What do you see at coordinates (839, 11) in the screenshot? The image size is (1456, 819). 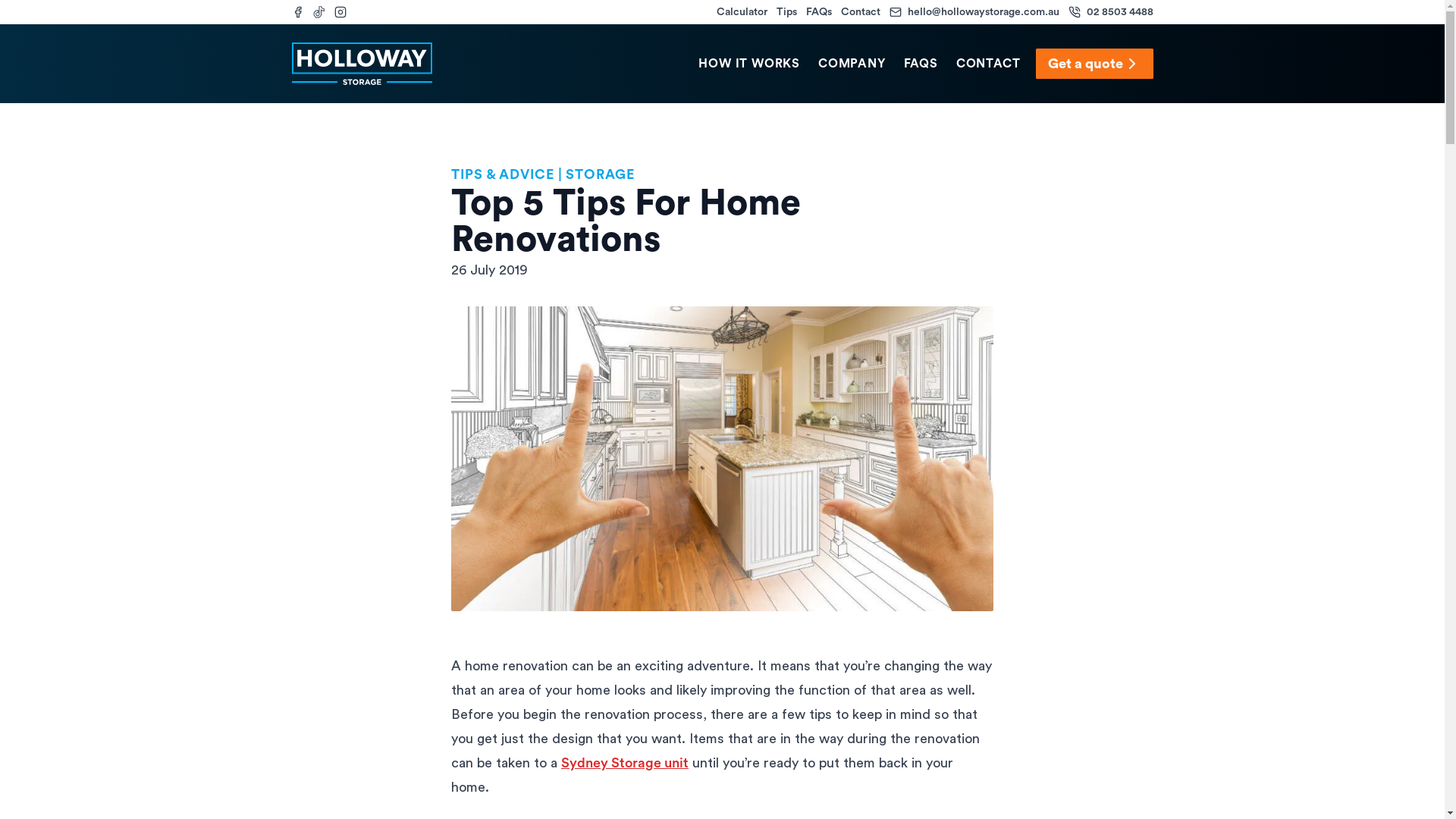 I see `'Contact'` at bounding box center [839, 11].